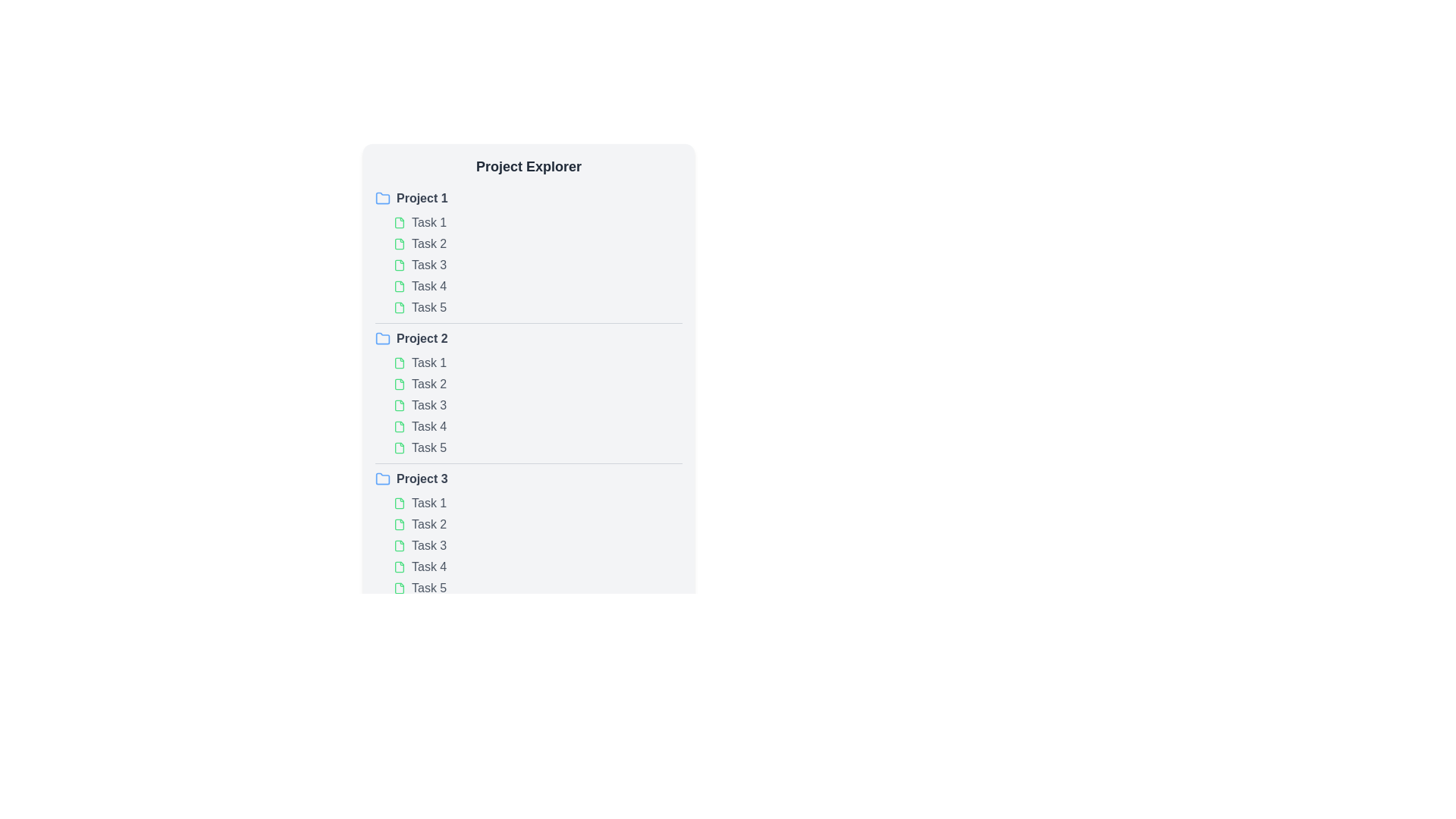 The width and height of the screenshot is (1456, 819). Describe the element at coordinates (400, 287) in the screenshot. I see `the green file icon located to the left of the text 'Task 4' in the 'Project 1' section of the 'Project Explorer' list` at that location.